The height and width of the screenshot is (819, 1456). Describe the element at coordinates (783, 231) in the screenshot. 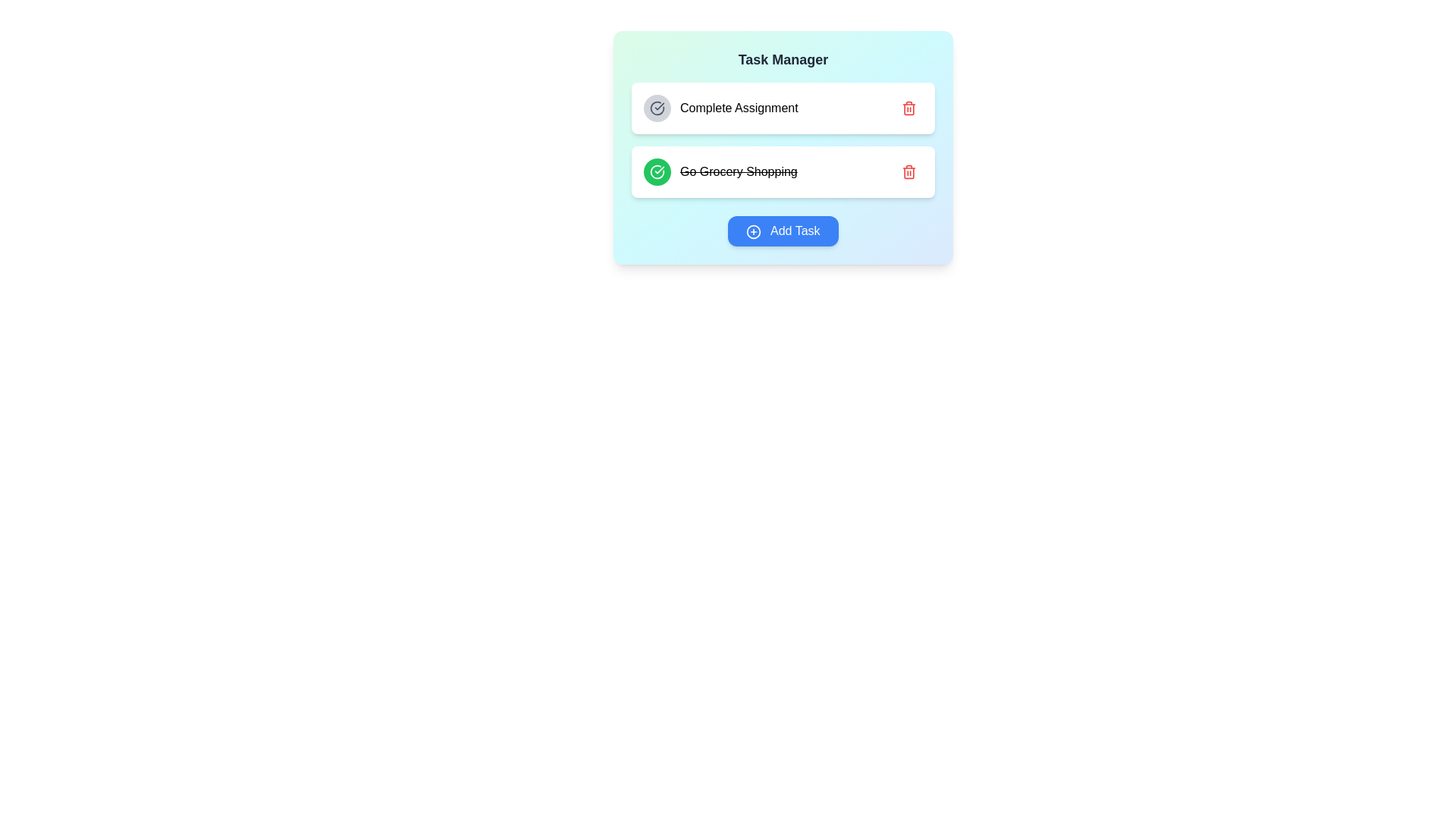

I see `the rounded rectangular button with a blue background and white text reading 'Add Task'` at that location.